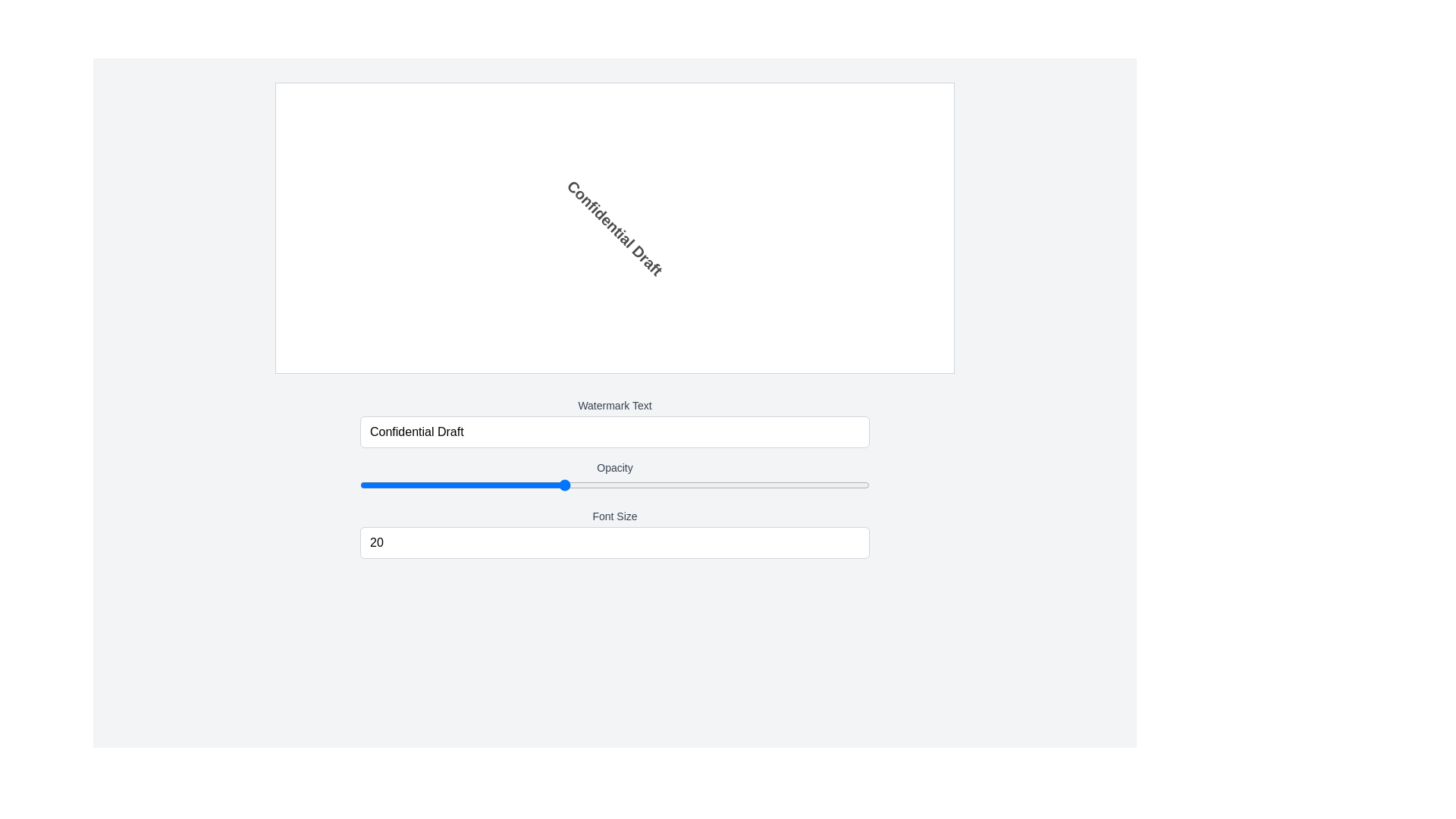 This screenshot has width=1456, height=819. I want to click on to select the content of the Number input box located below the 'Font Size' text, currently set, so click(615, 542).